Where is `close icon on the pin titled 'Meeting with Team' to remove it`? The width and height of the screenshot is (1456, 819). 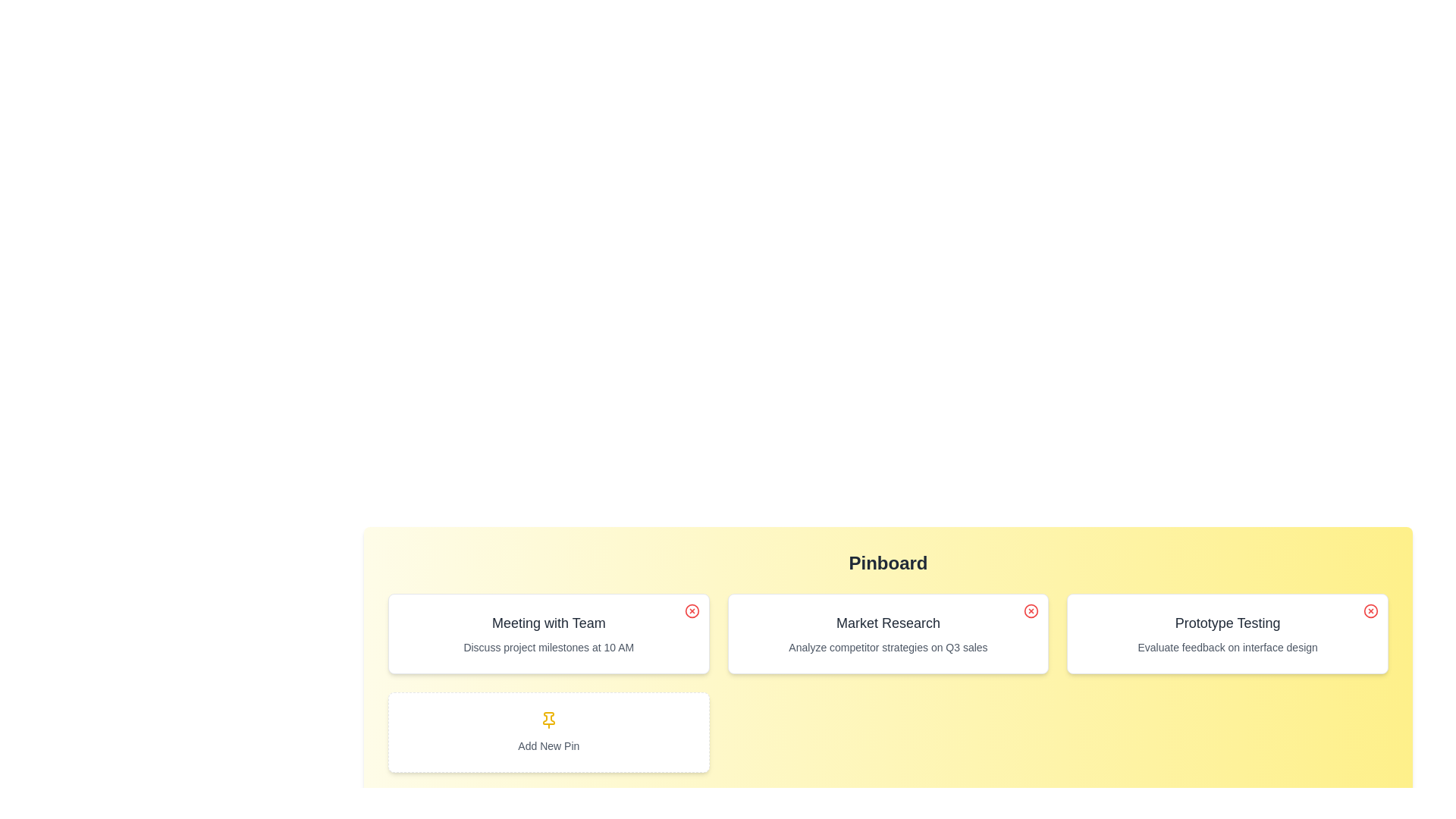 close icon on the pin titled 'Meeting with Team' to remove it is located at coordinates (691, 610).